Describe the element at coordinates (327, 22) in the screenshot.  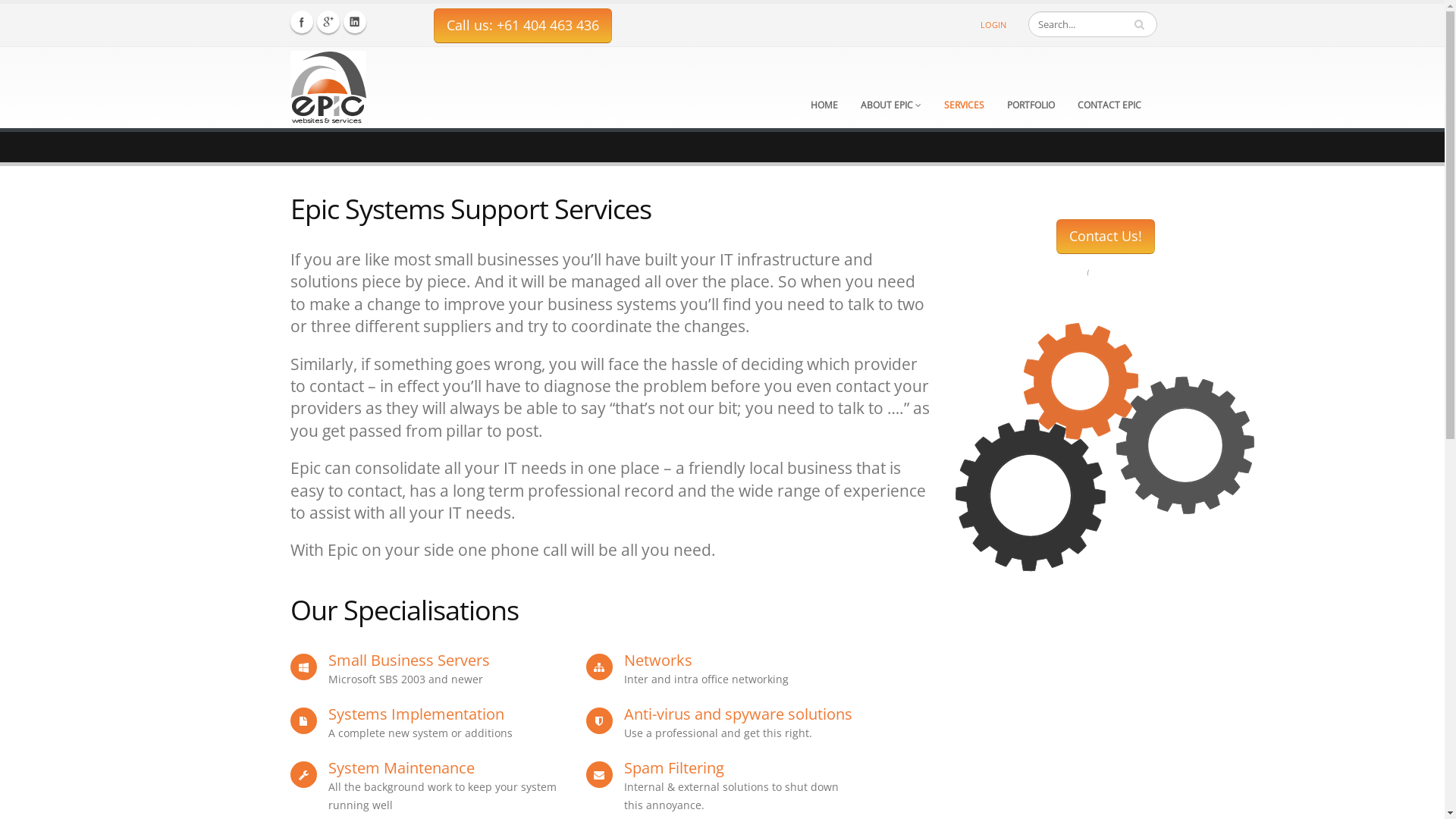
I see `'Twitter'` at that location.